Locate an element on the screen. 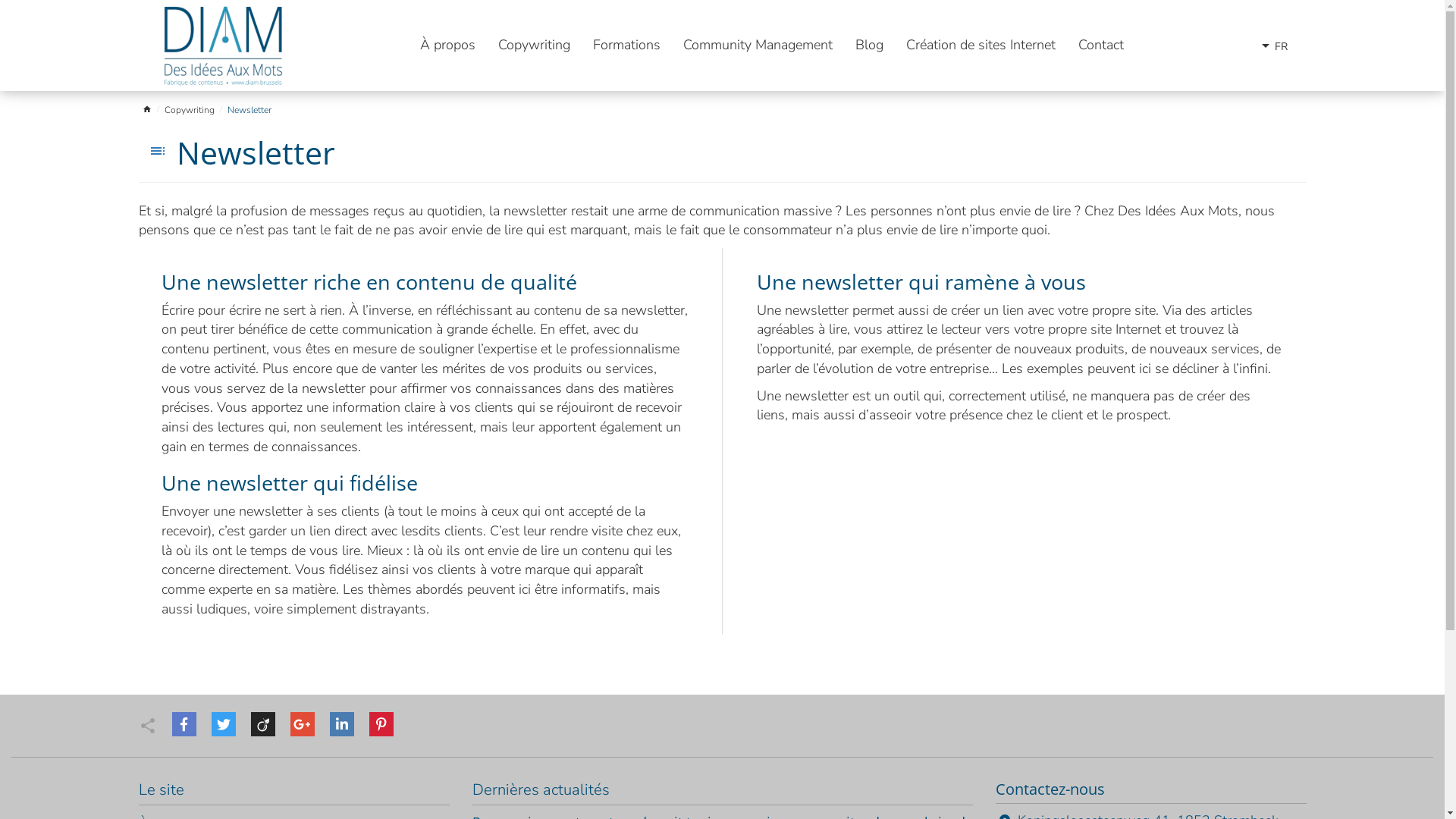 The width and height of the screenshot is (1456, 819). 'Copywriting' is located at coordinates (188, 109).